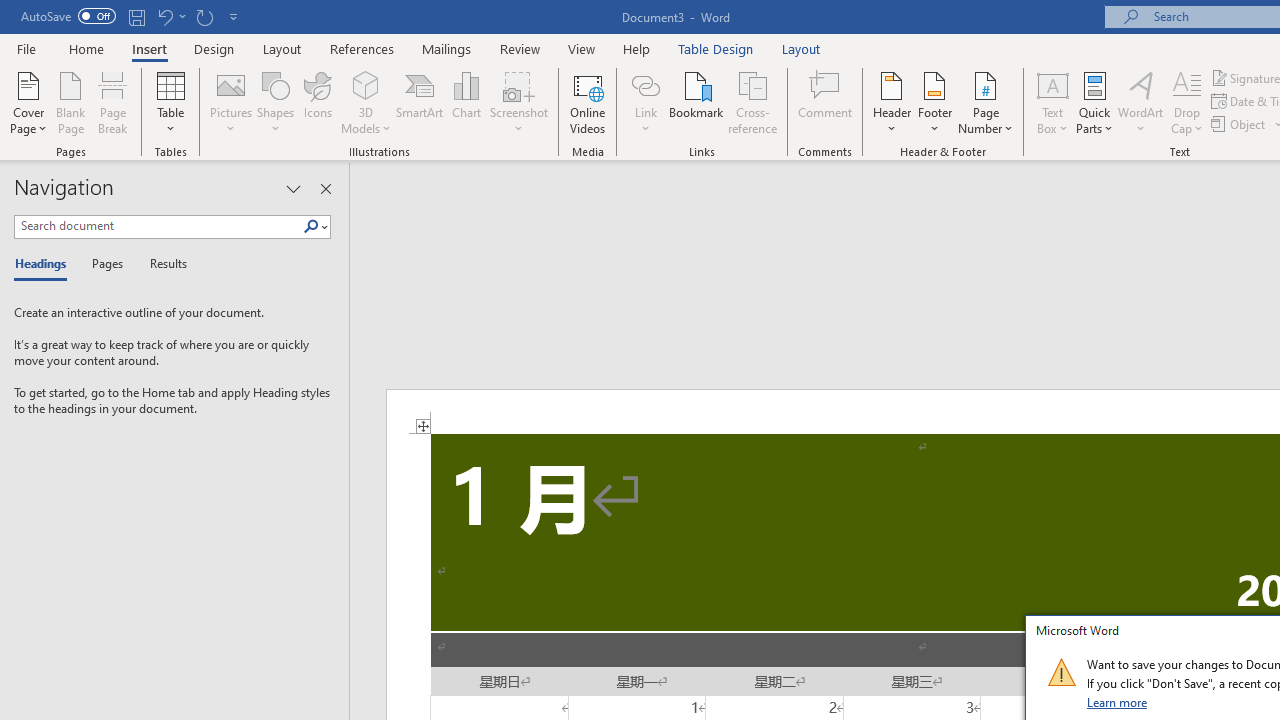  I want to click on 'Quick Parts', so click(1094, 103).